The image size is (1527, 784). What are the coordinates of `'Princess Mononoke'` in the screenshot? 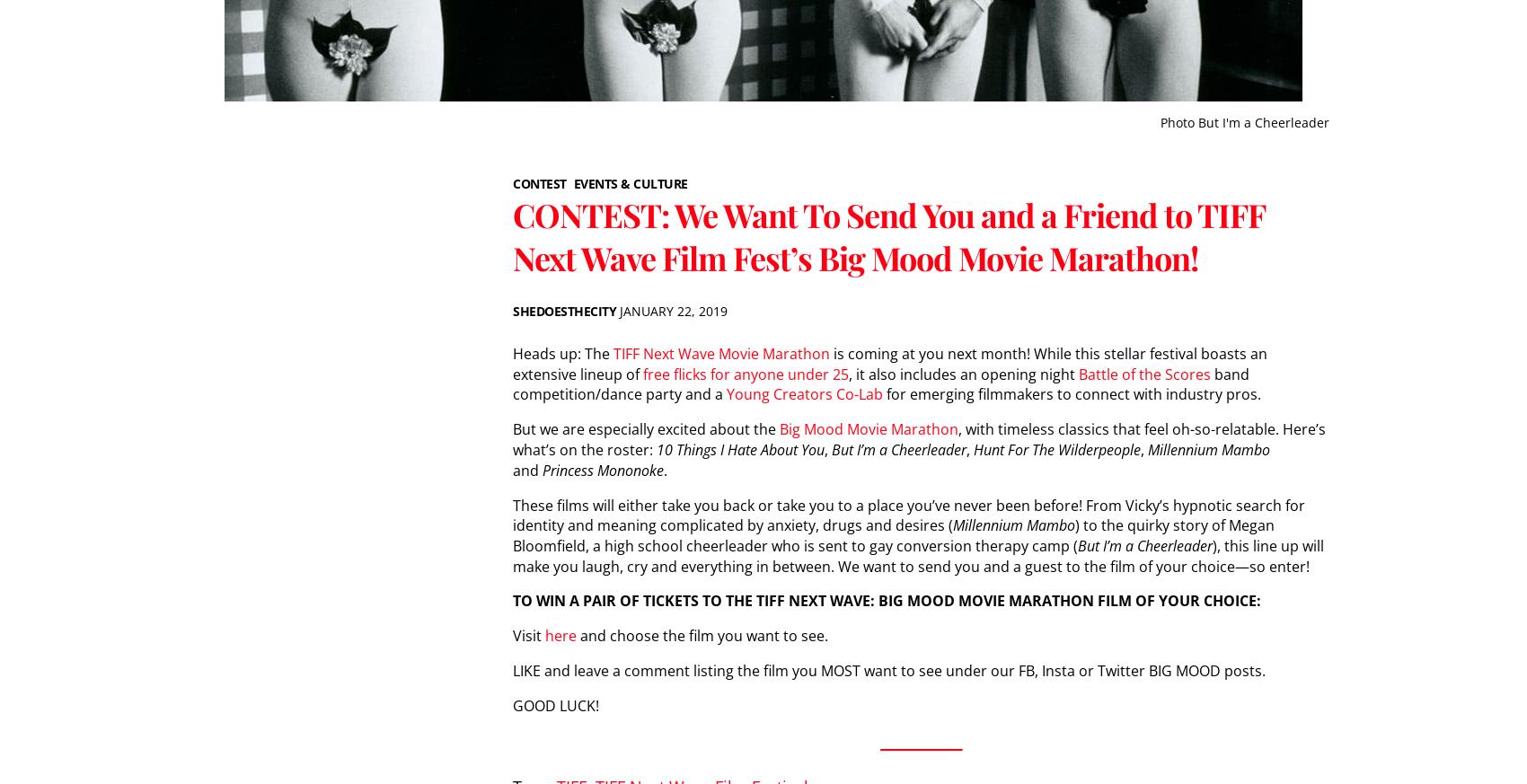 It's located at (603, 470).